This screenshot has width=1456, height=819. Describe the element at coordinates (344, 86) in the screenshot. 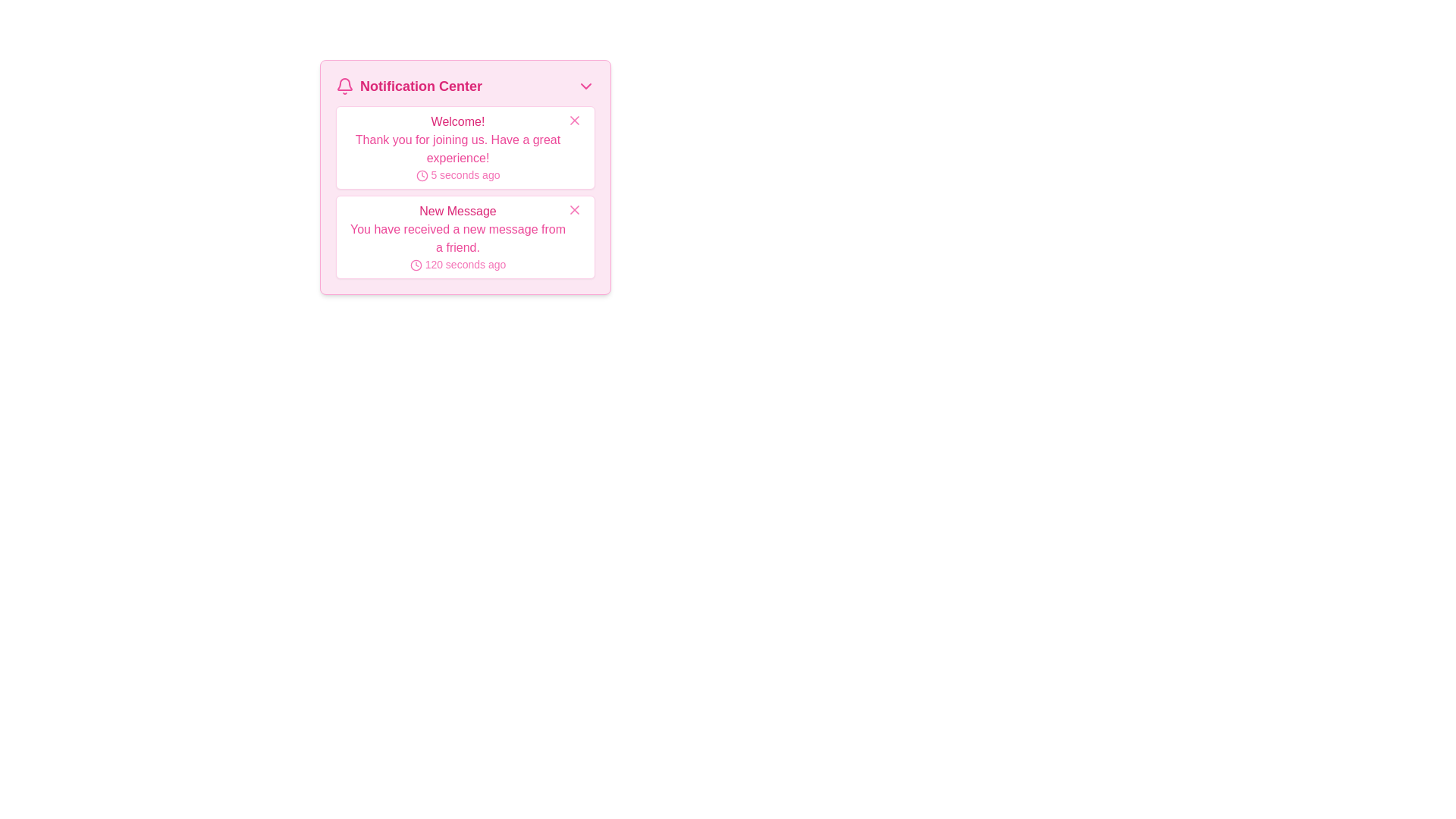

I see `the notification icon located to the left of the 'Notification Center' title in the header section` at that location.